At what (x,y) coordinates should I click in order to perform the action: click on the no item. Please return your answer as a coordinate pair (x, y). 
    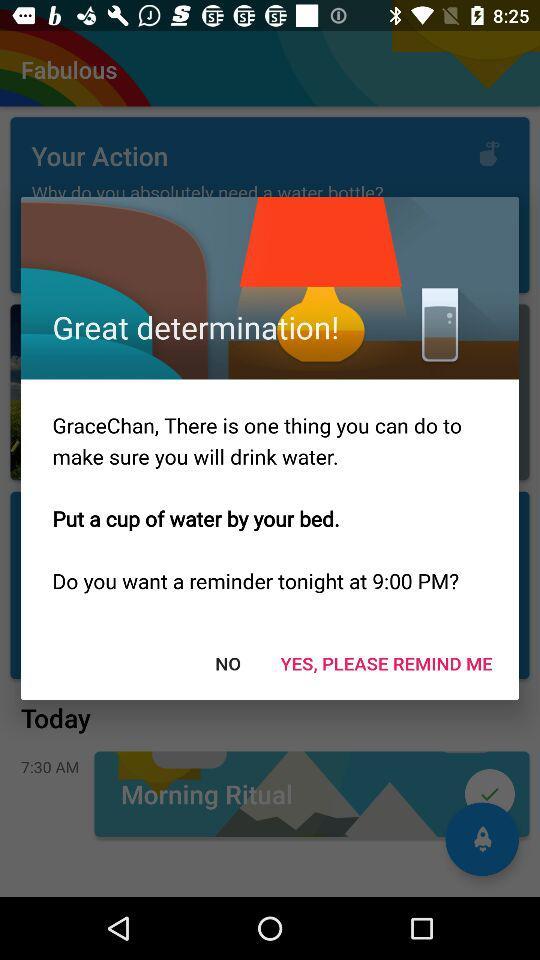
    Looking at the image, I should click on (226, 663).